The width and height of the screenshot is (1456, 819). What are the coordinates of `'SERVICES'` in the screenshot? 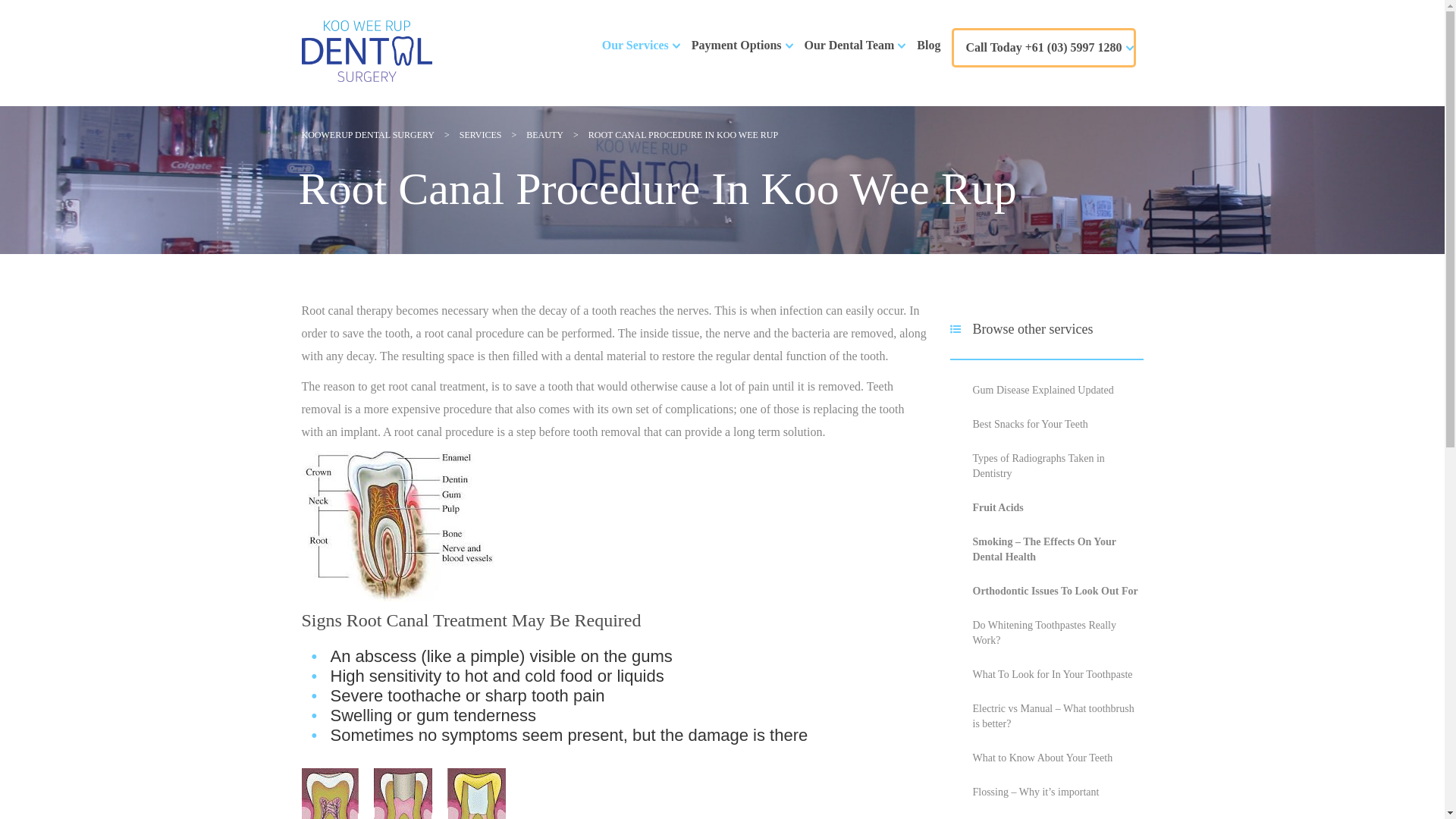 It's located at (479, 133).